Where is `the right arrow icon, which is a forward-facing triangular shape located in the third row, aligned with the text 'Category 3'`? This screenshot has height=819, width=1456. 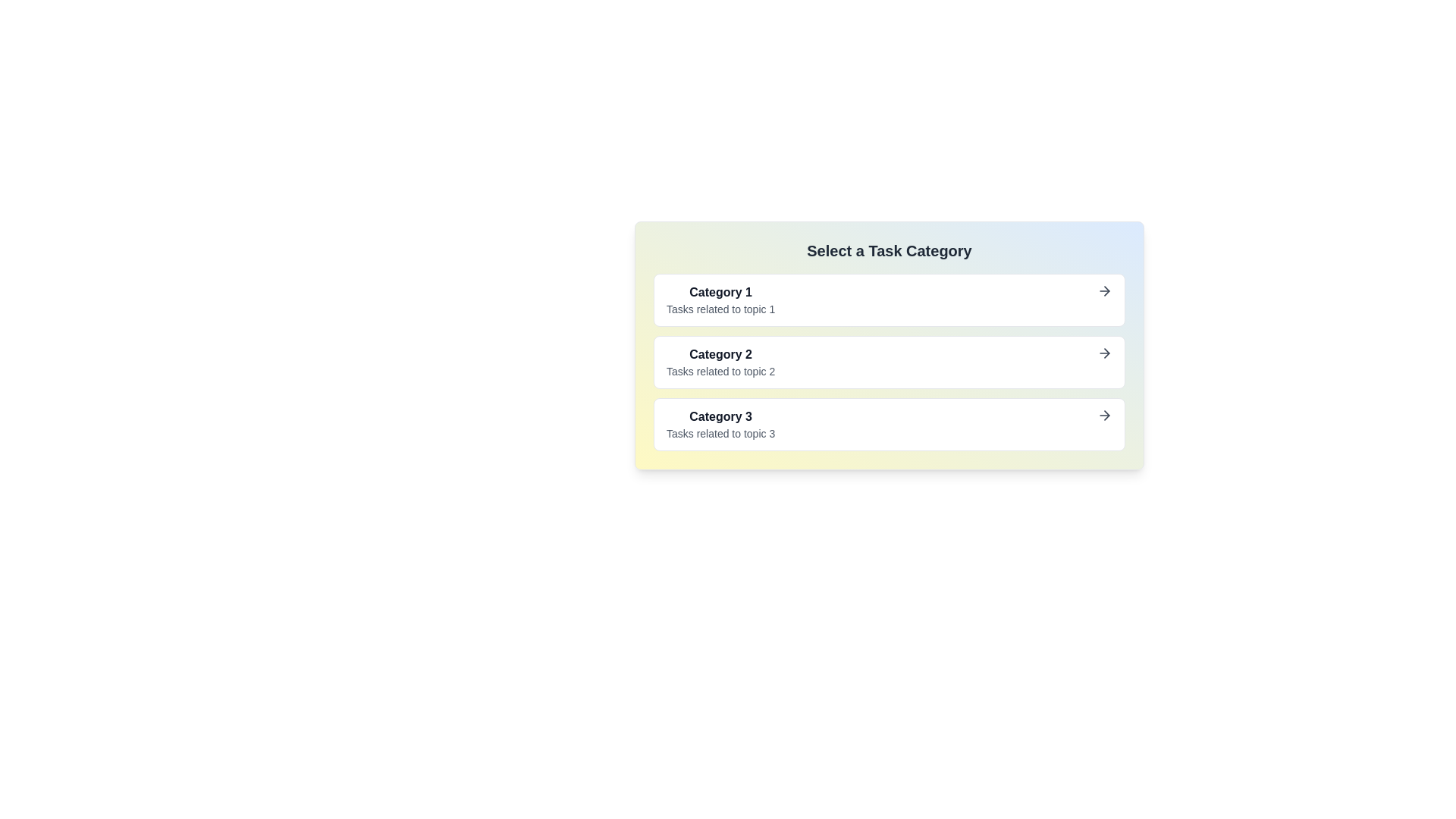 the right arrow icon, which is a forward-facing triangular shape located in the third row, aligned with the text 'Category 3' is located at coordinates (1106, 415).